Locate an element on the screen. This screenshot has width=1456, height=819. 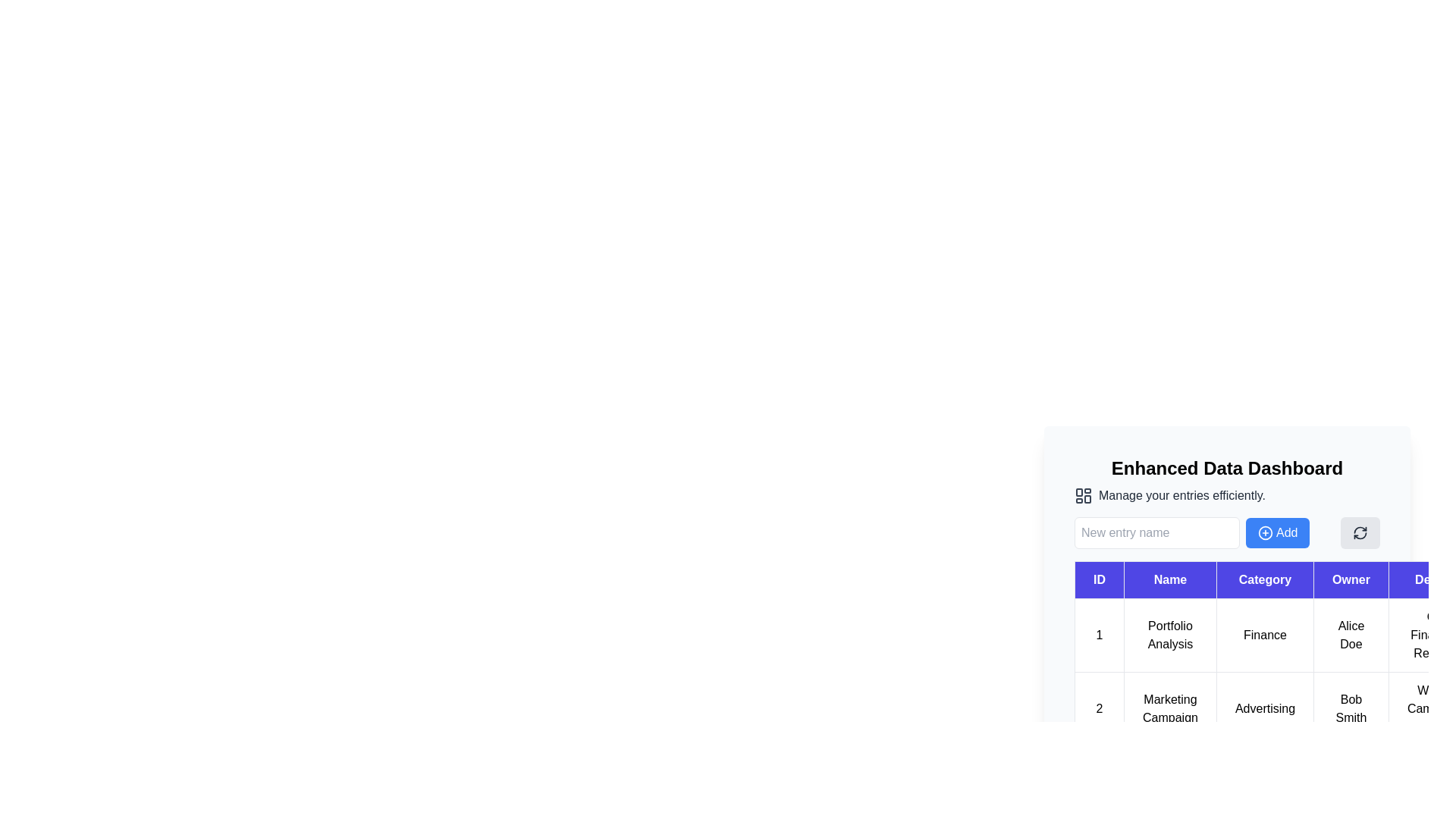
the blue button with rounded corners labeled 'Add' is located at coordinates (1277, 532).